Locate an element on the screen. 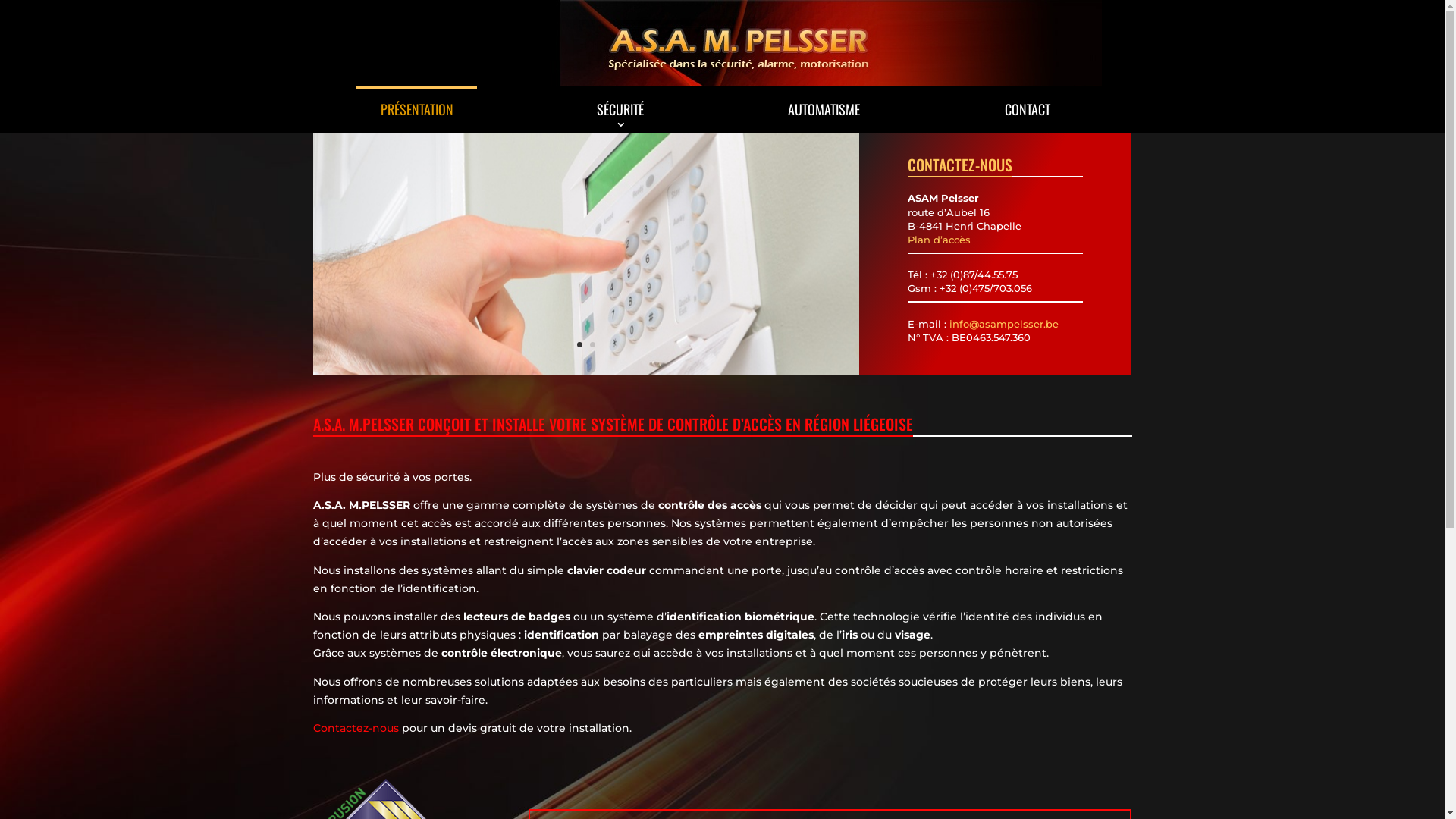 This screenshot has width=1456, height=819. 'info@asampelsser.be' is located at coordinates (1004, 323).